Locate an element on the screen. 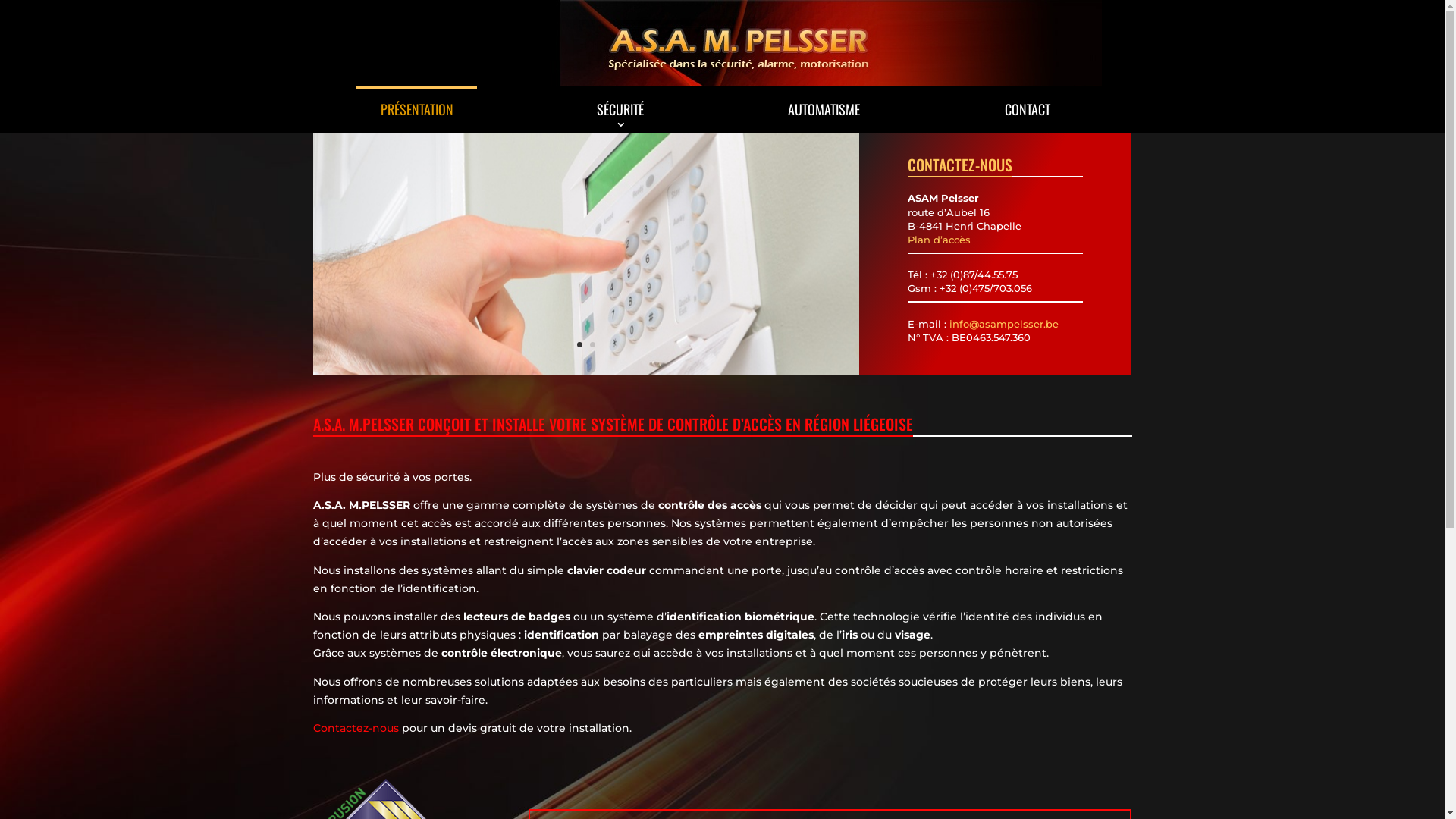 This screenshot has width=1456, height=819. 'info@asampelsser.be' is located at coordinates (1004, 323).